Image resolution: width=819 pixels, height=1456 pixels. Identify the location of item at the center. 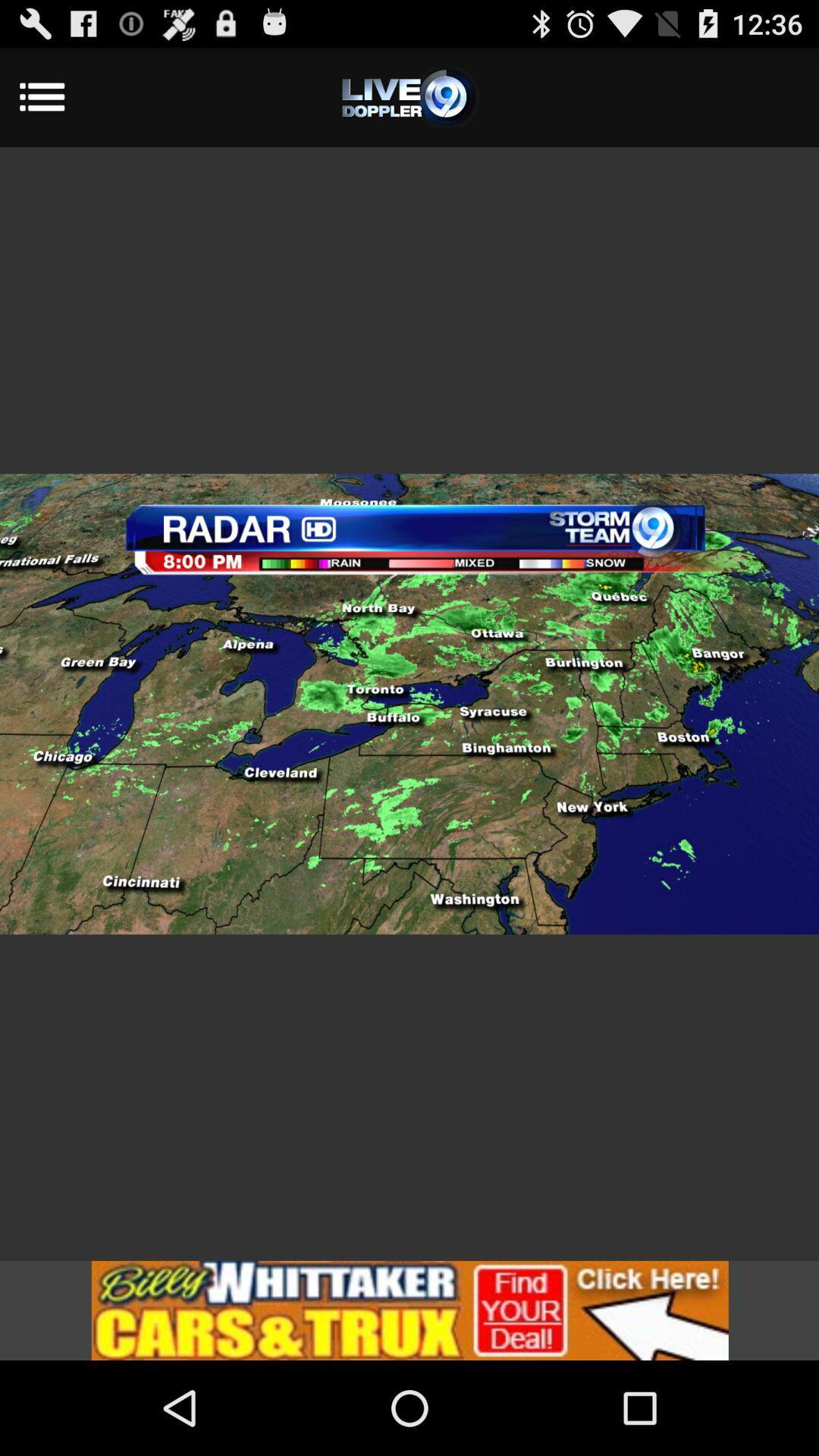
(409, 703).